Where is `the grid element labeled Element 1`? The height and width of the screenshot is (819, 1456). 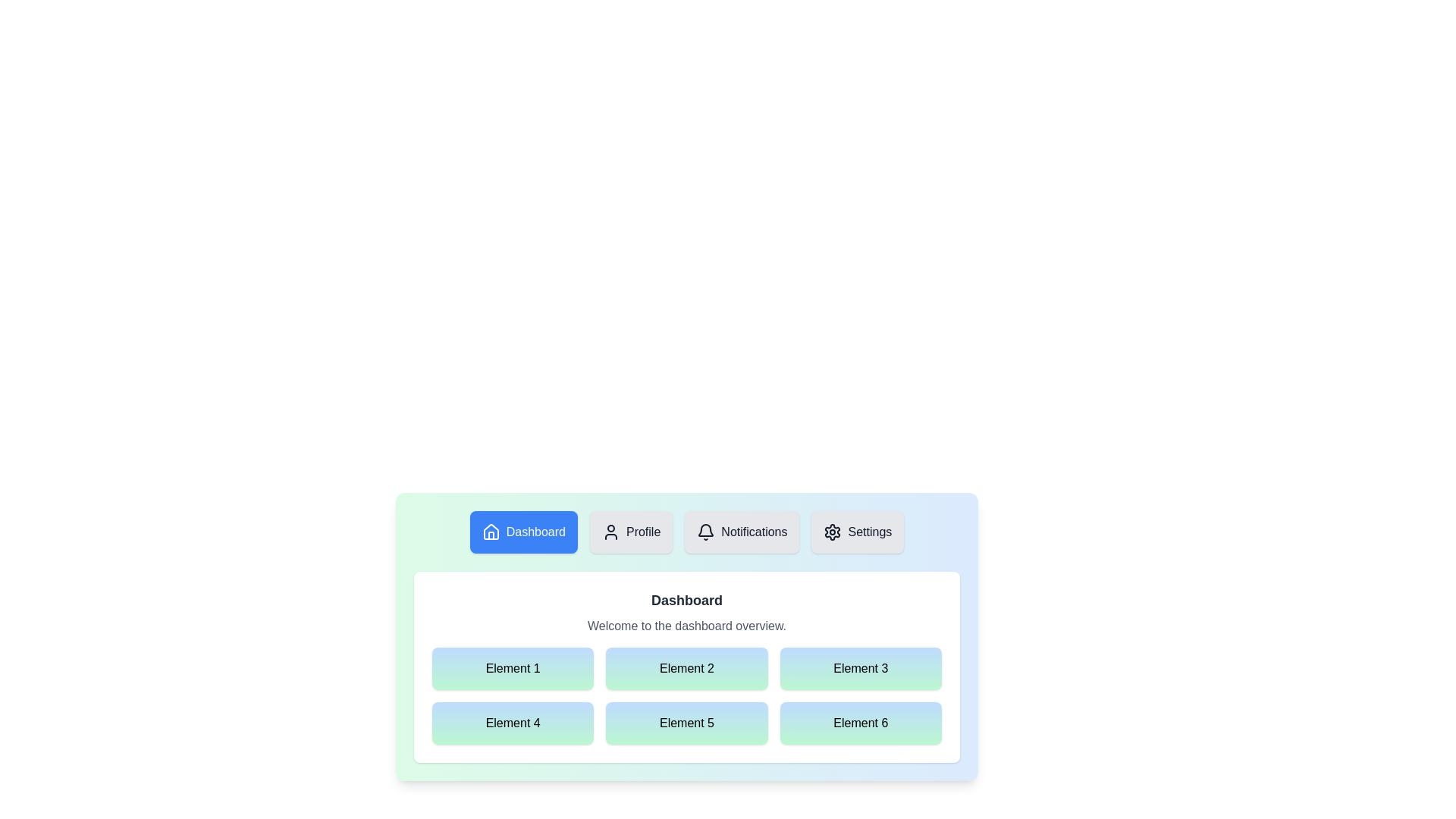 the grid element labeled Element 1 is located at coordinates (513, 668).